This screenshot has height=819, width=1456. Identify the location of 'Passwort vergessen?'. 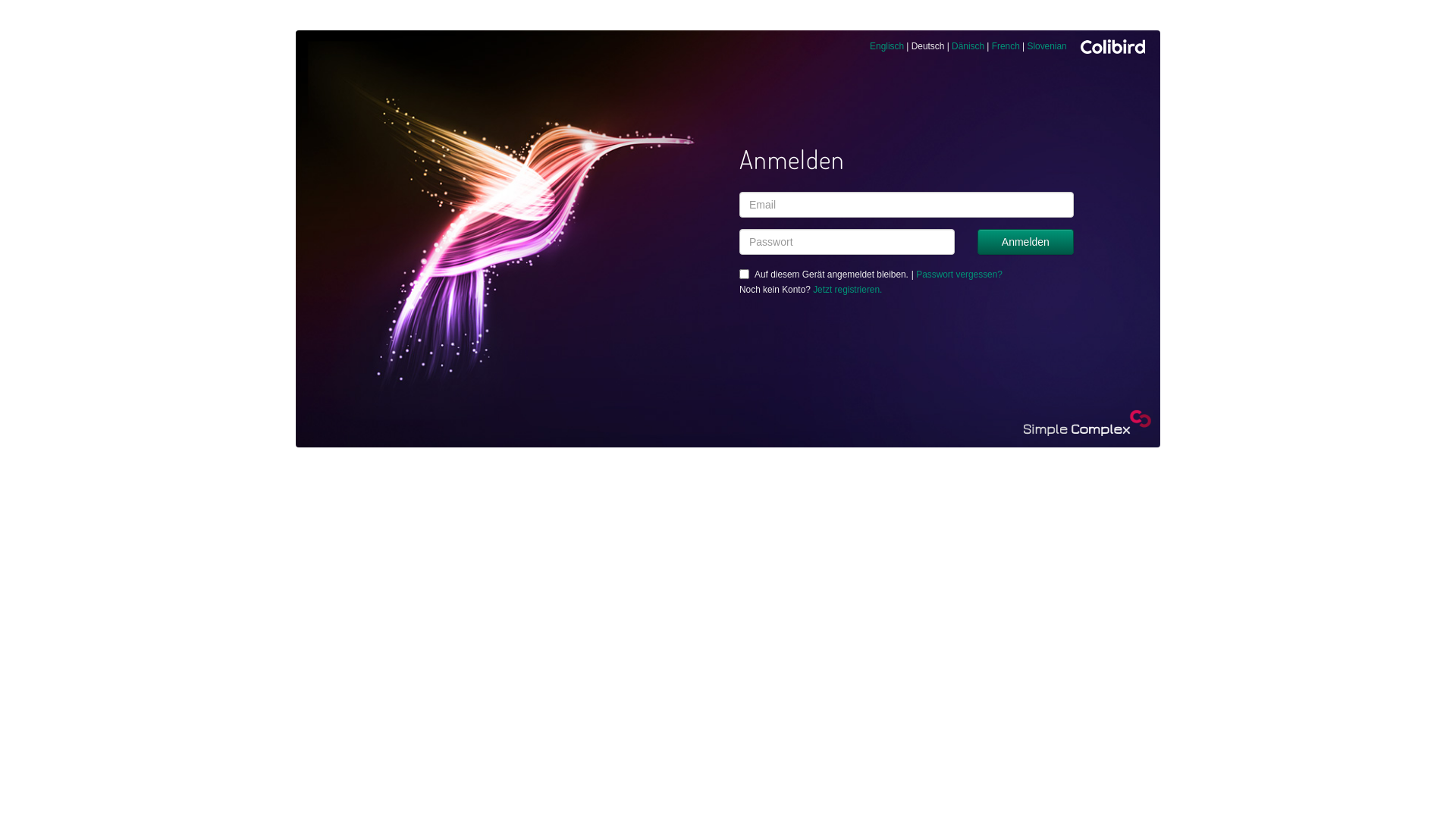
(959, 275).